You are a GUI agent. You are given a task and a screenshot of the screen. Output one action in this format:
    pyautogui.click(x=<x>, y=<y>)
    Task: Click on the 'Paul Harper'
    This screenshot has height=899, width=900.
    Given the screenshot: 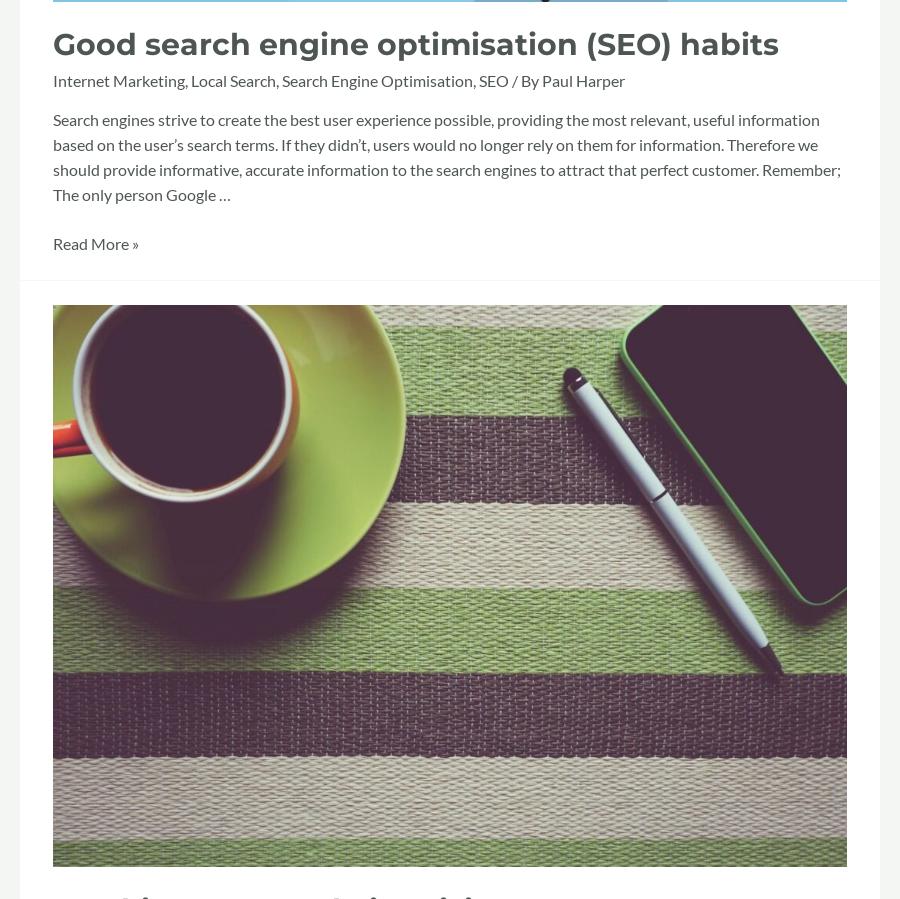 What is the action you would take?
    pyautogui.click(x=583, y=79)
    